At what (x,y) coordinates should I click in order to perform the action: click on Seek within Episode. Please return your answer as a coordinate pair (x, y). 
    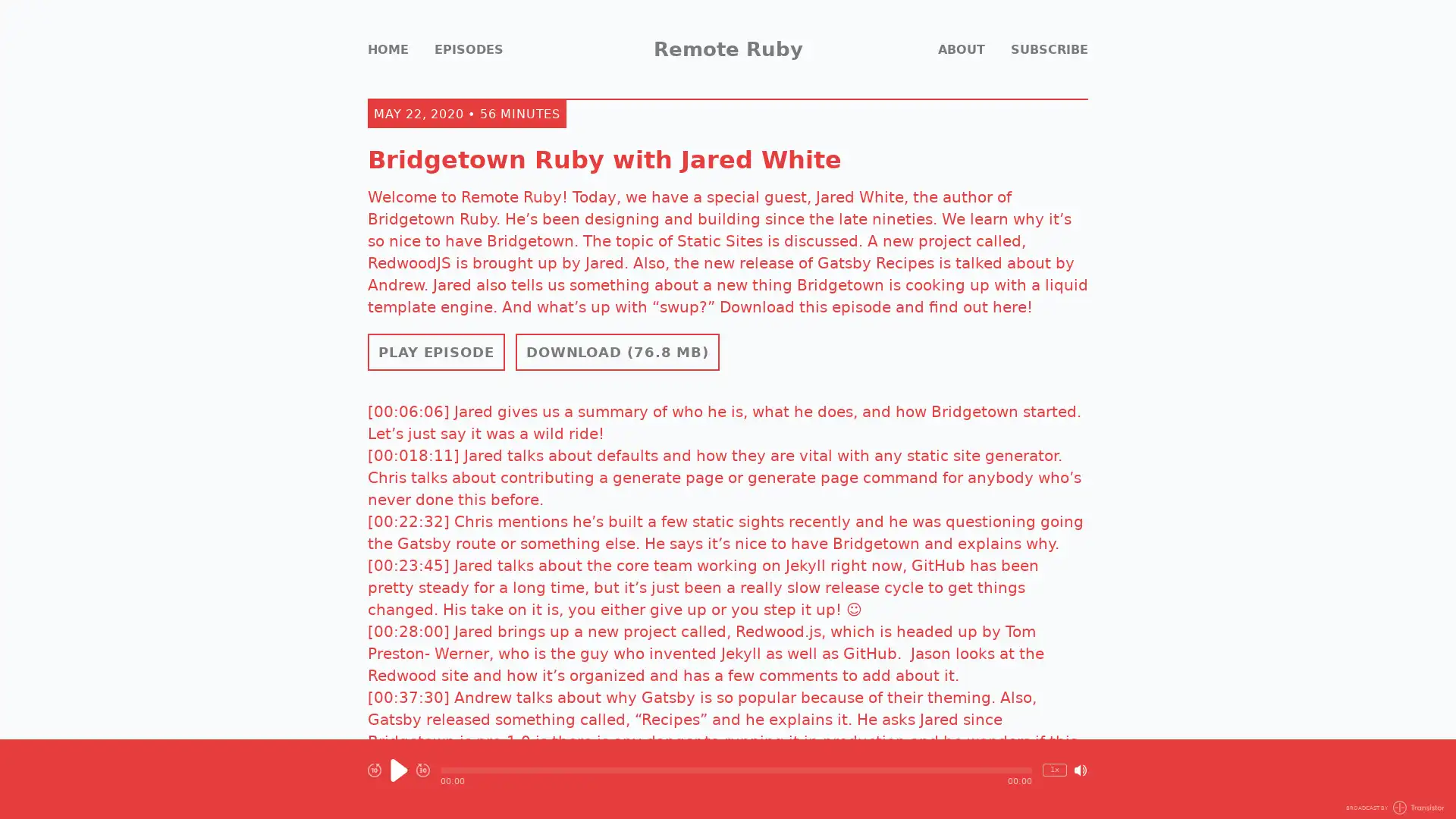
    Looking at the image, I should click on (736, 770).